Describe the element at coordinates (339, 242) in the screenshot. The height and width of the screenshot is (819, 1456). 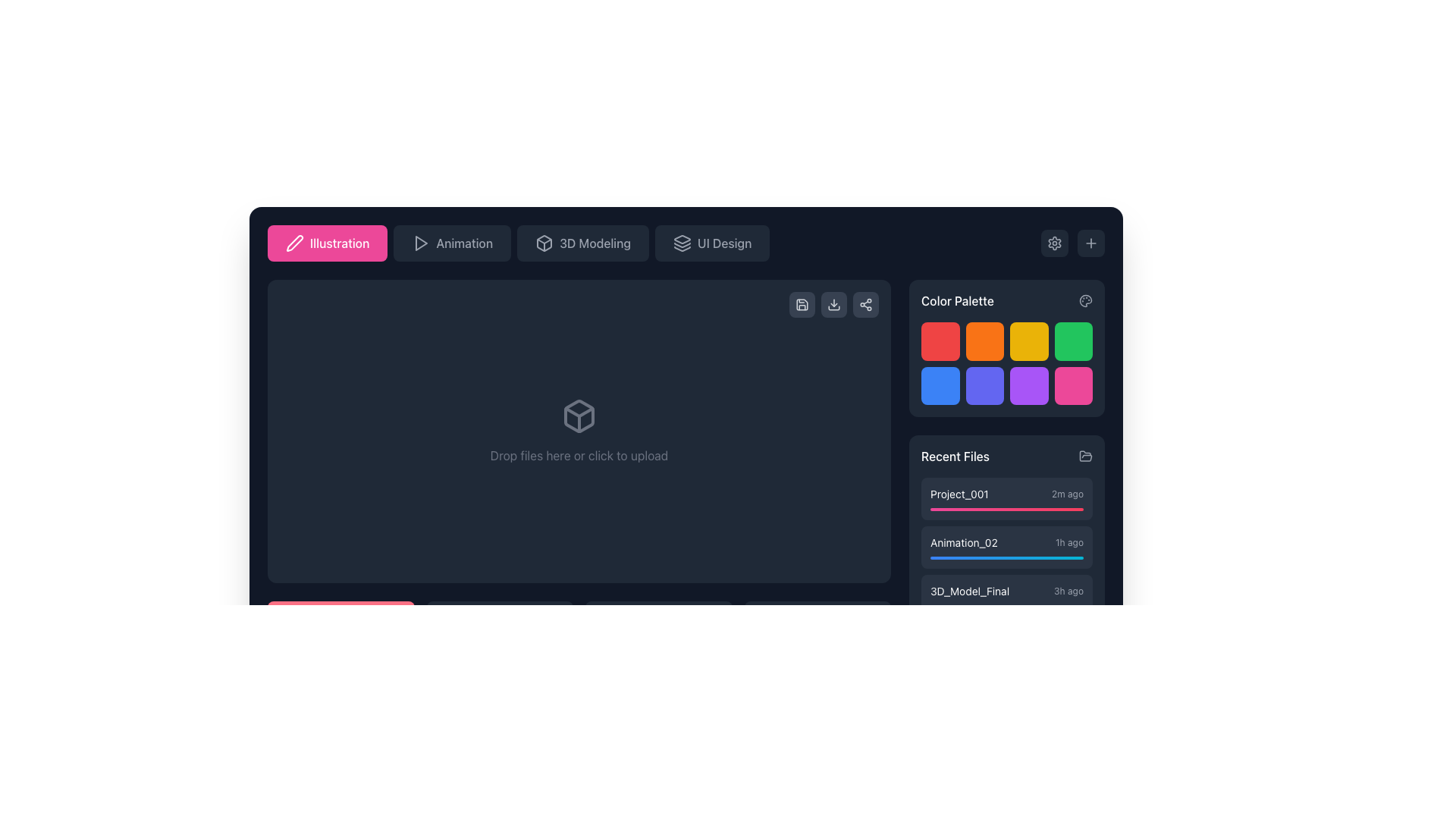
I see `the Text Label element displaying 'Illustration' inside a pink rectangular button` at that location.